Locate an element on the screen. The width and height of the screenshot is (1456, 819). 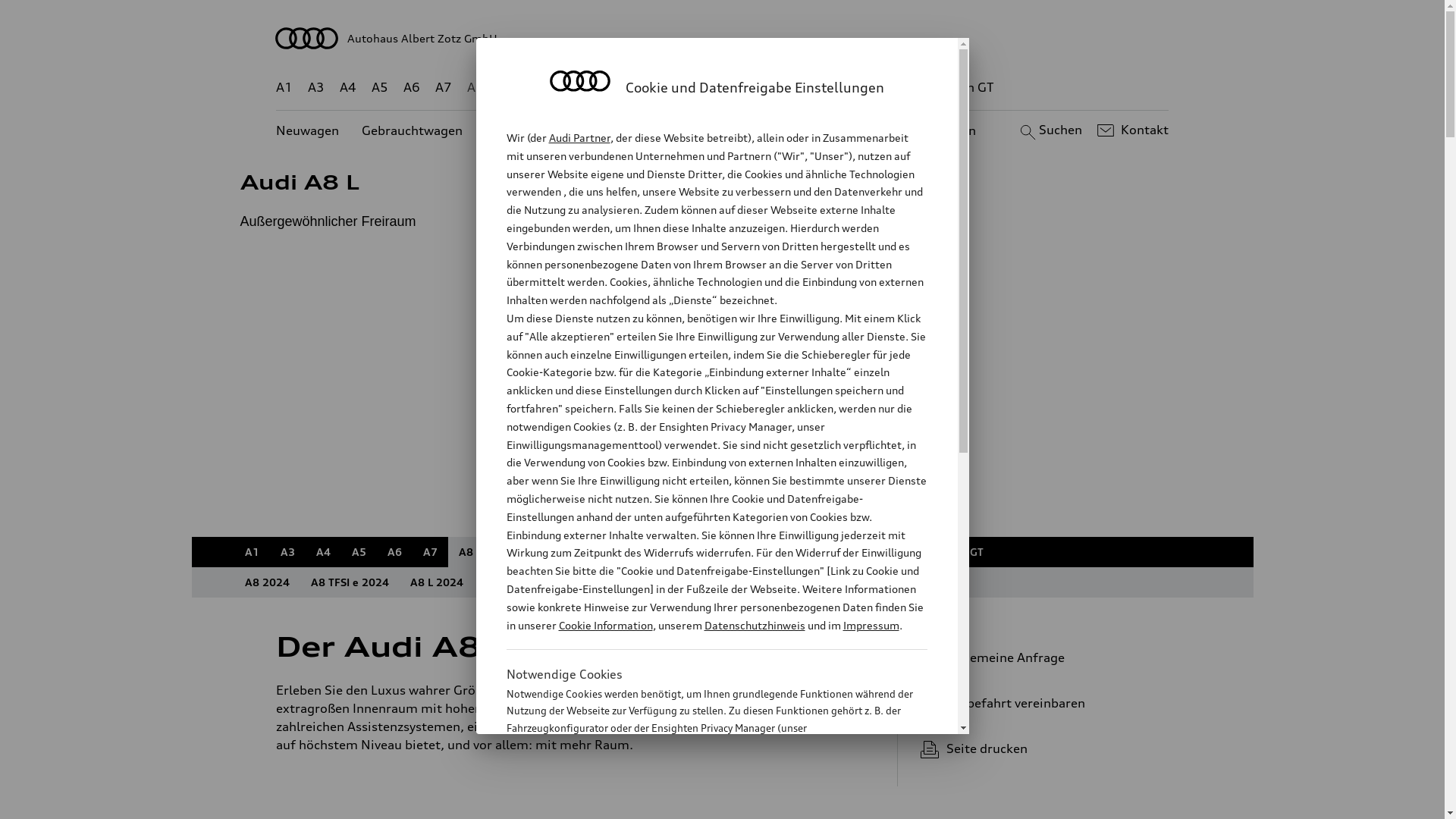
'A7' is located at coordinates (429, 552).